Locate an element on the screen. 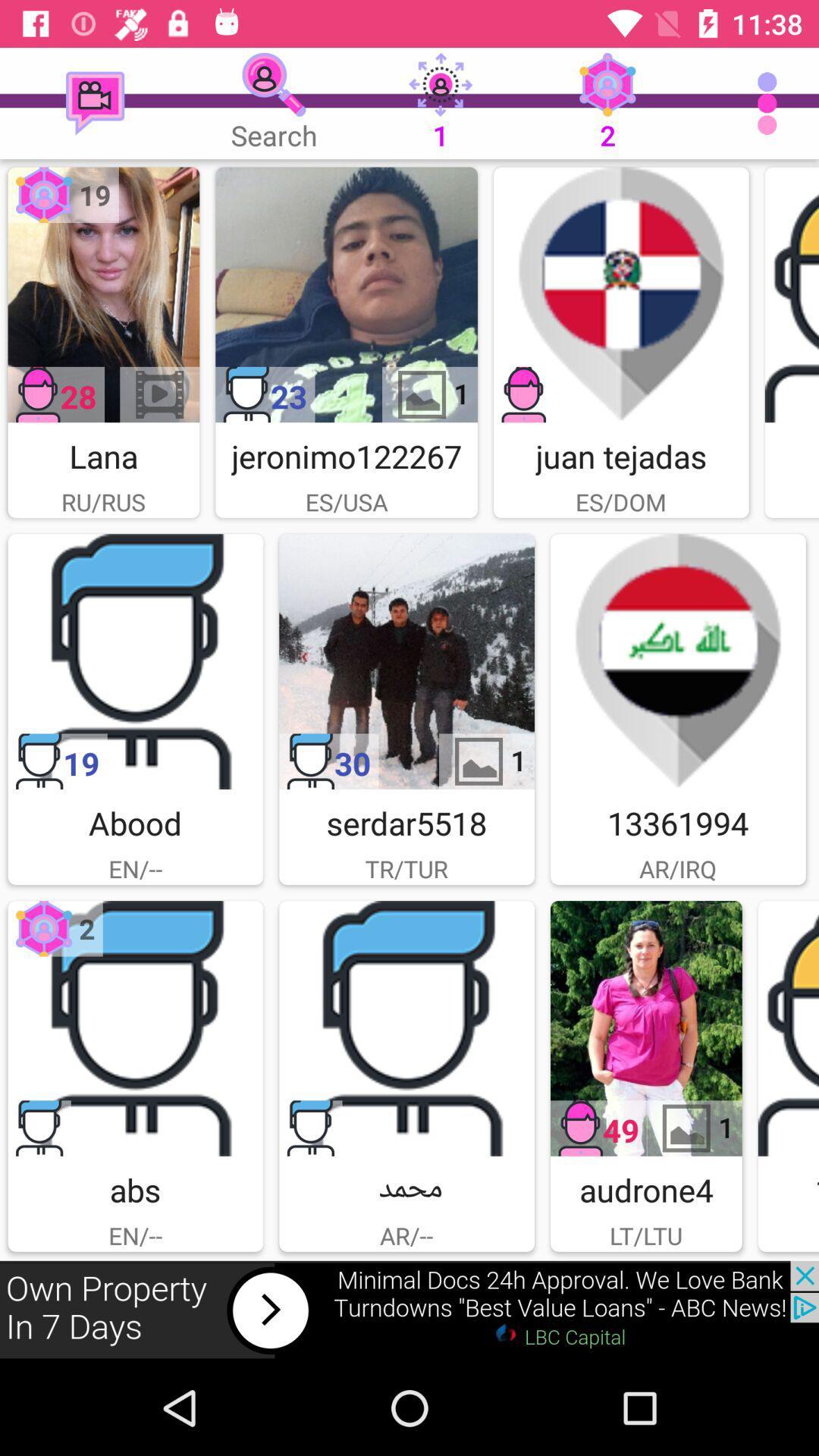 This screenshot has width=819, height=1456. profile photo is located at coordinates (102, 294).